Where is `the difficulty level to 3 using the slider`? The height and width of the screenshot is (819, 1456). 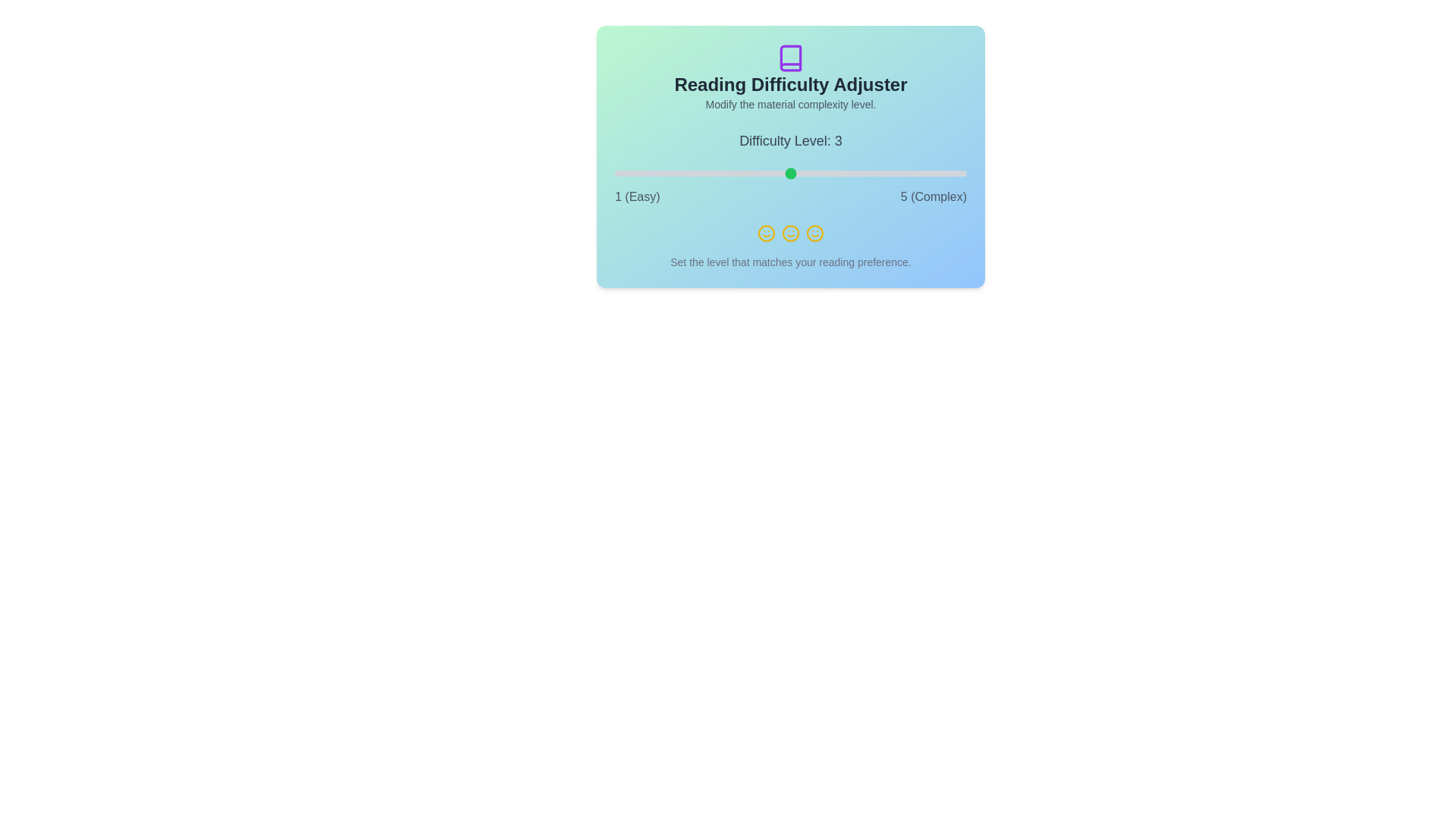 the difficulty level to 3 using the slider is located at coordinates (789, 172).